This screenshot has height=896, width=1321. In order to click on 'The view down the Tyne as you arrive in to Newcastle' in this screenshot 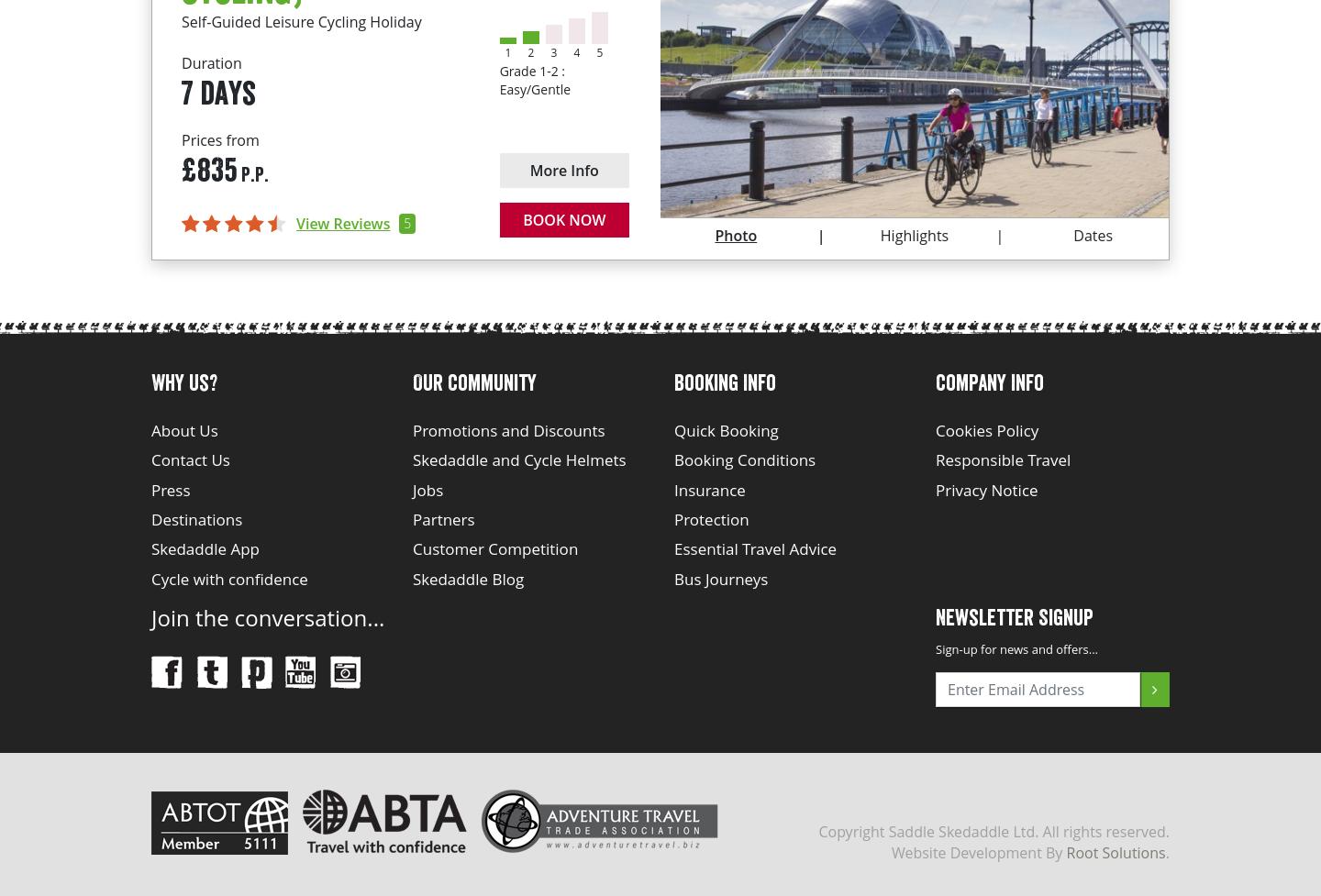, I will do `click(878, 14)`.